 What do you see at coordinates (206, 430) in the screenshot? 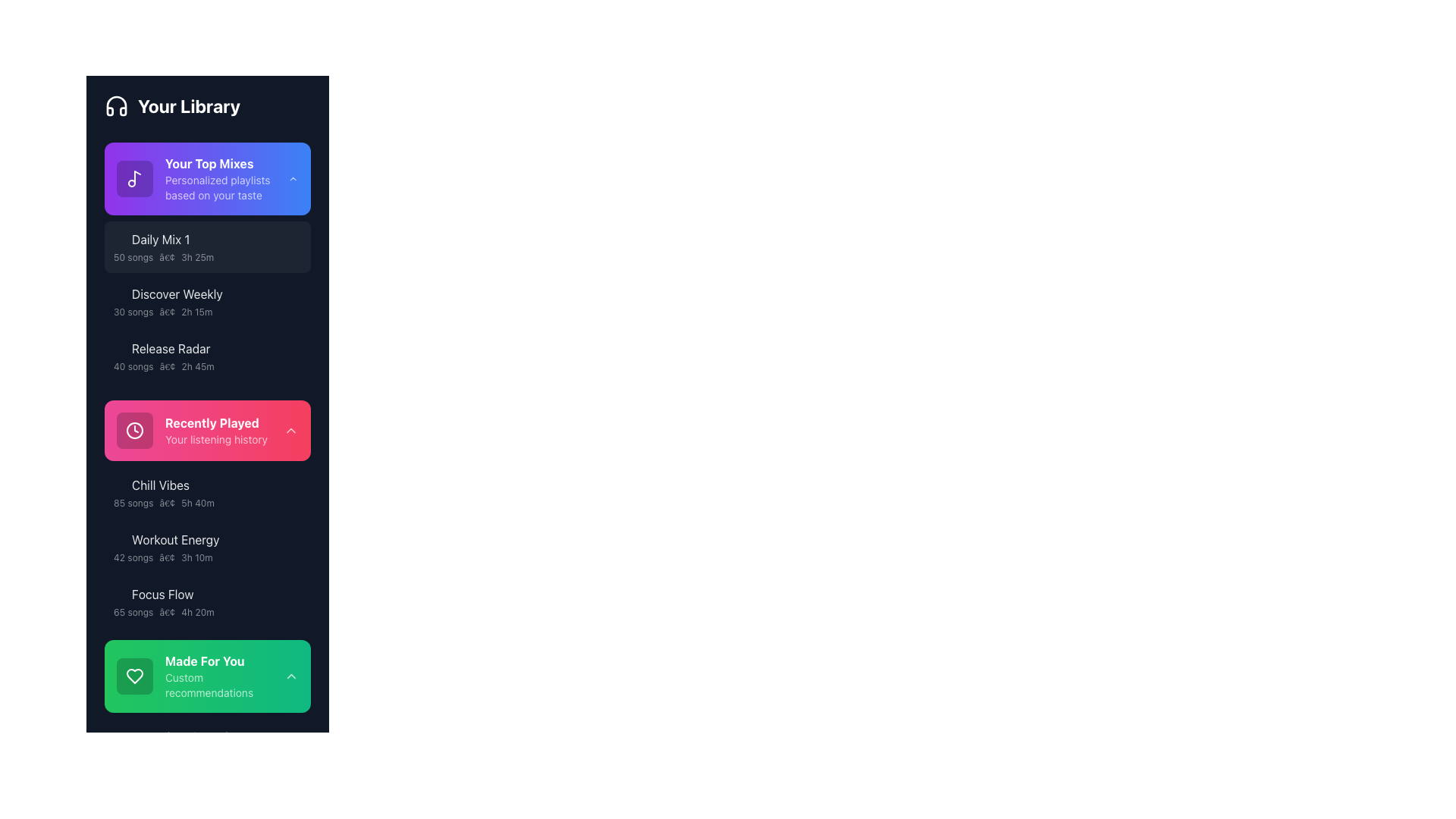
I see `the 'Recently Played' interactive card, which is the fifth card in the vertical list` at bounding box center [206, 430].